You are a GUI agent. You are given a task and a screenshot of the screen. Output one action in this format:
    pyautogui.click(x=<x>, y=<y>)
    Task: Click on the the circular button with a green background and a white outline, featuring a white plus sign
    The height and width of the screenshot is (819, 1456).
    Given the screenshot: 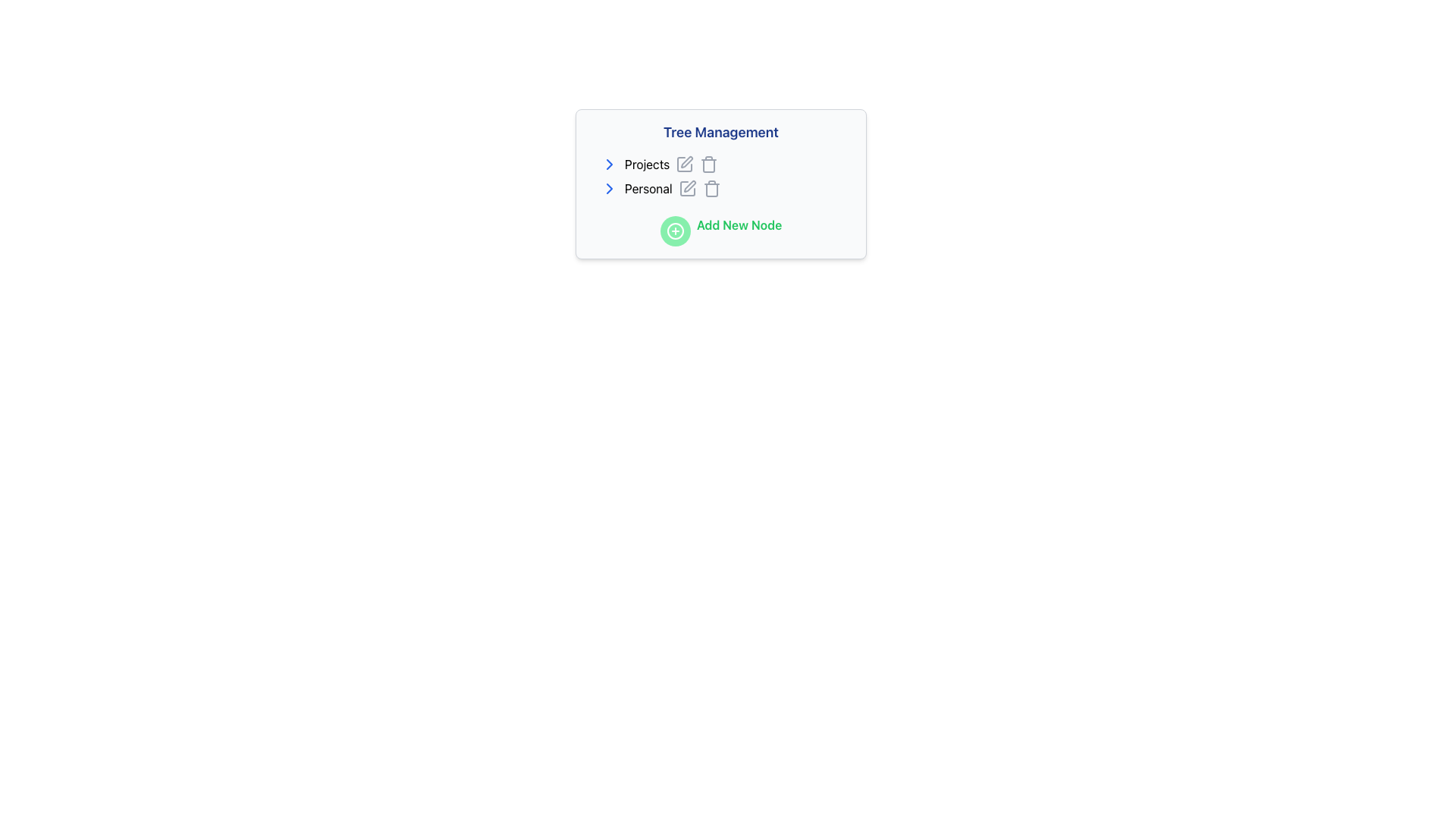 What is the action you would take?
    pyautogui.click(x=674, y=231)
    